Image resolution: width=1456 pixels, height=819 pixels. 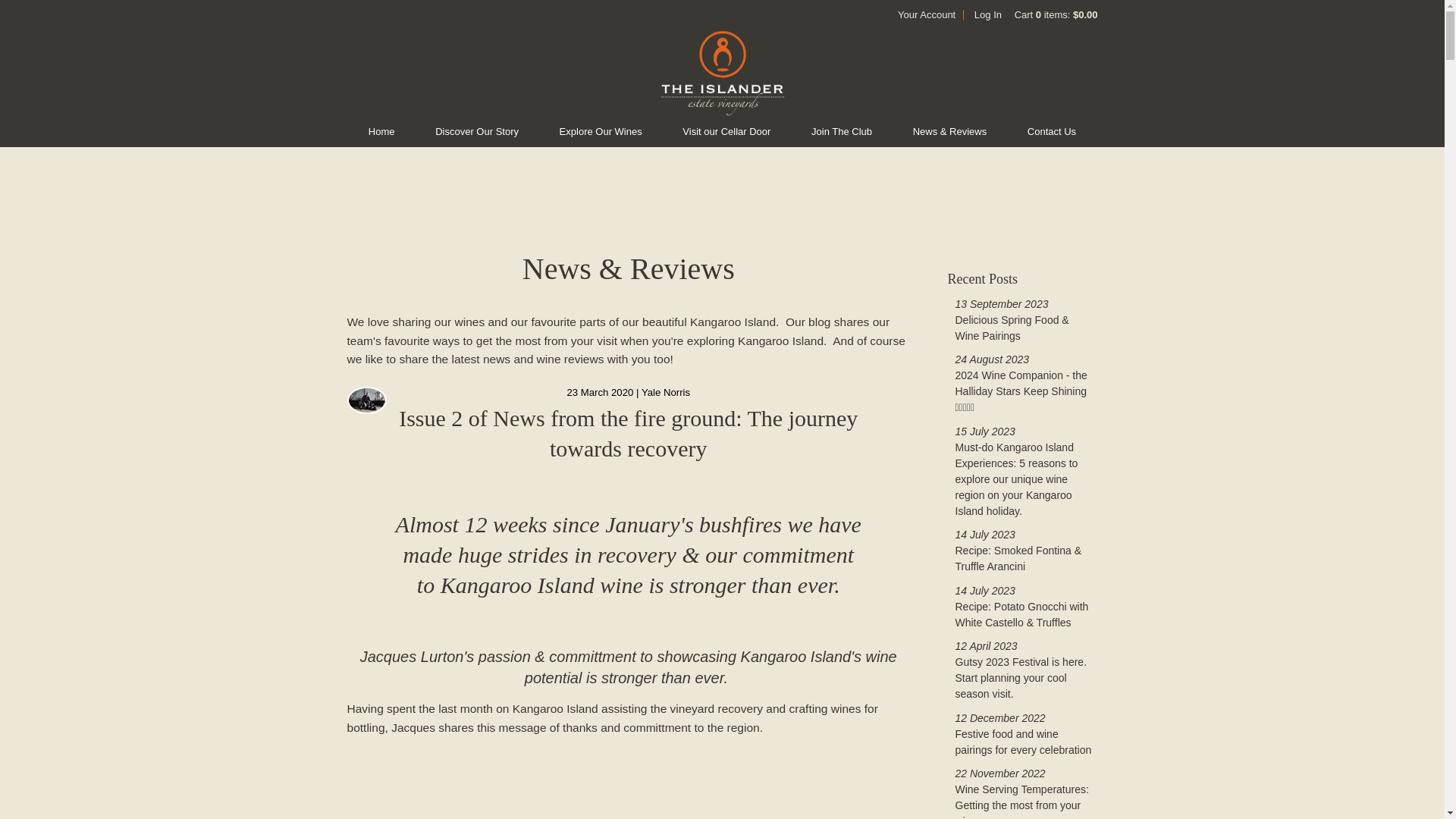 What do you see at coordinates (1022, 614) in the screenshot?
I see `'Recipe: Potato Gnocchi with White Castello & Truffles'` at bounding box center [1022, 614].